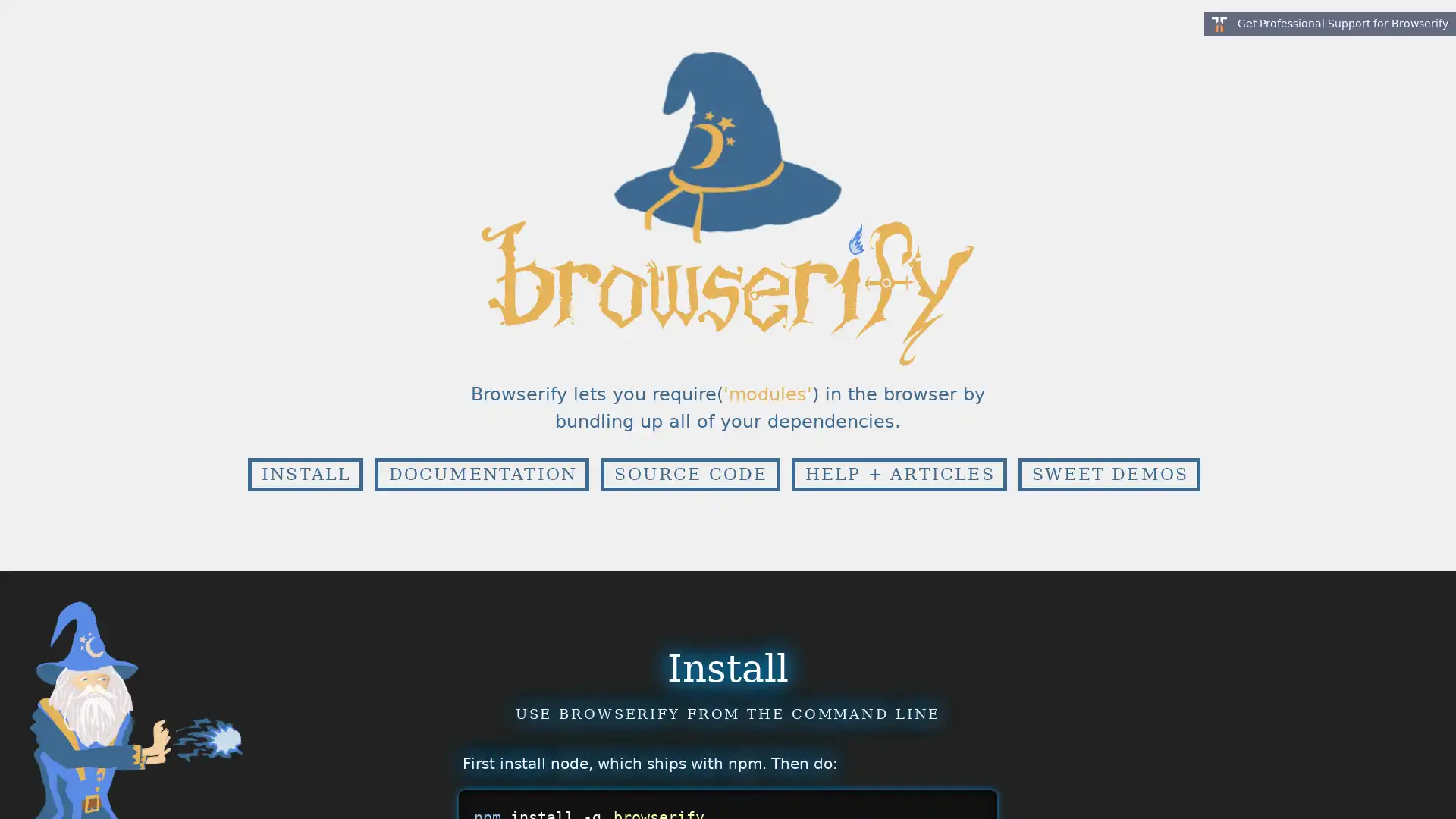 The height and width of the screenshot is (819, 1456). Describe the element at coordinates (481, 473) in the screenshot. I see `DOCUMENTATION` at that location.